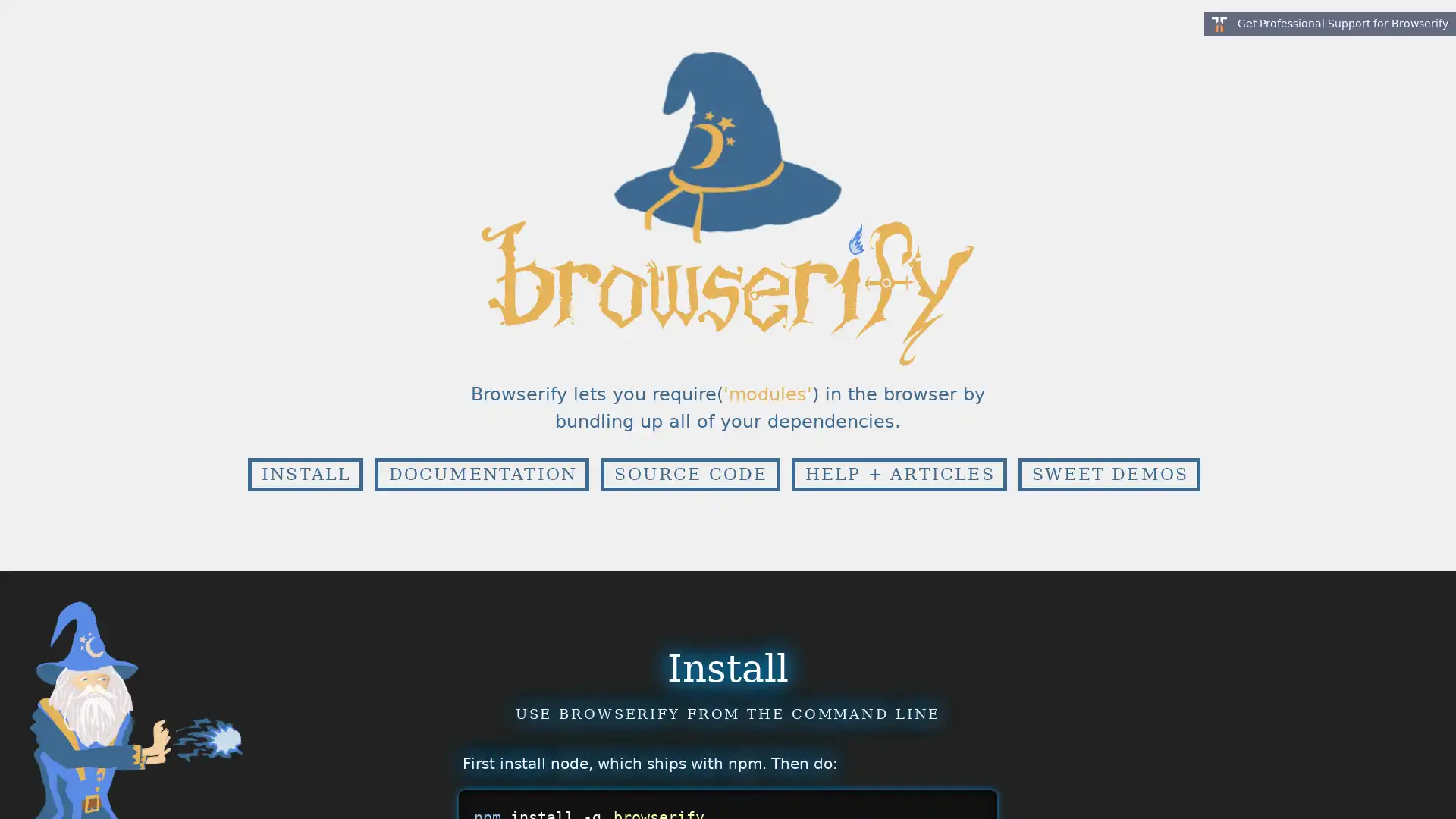 The height and width of the screenshot is (819, 1456). Describe the element at coordinates (481, 473) in the screenshot. I see `DOCUMENTATION` at that location.